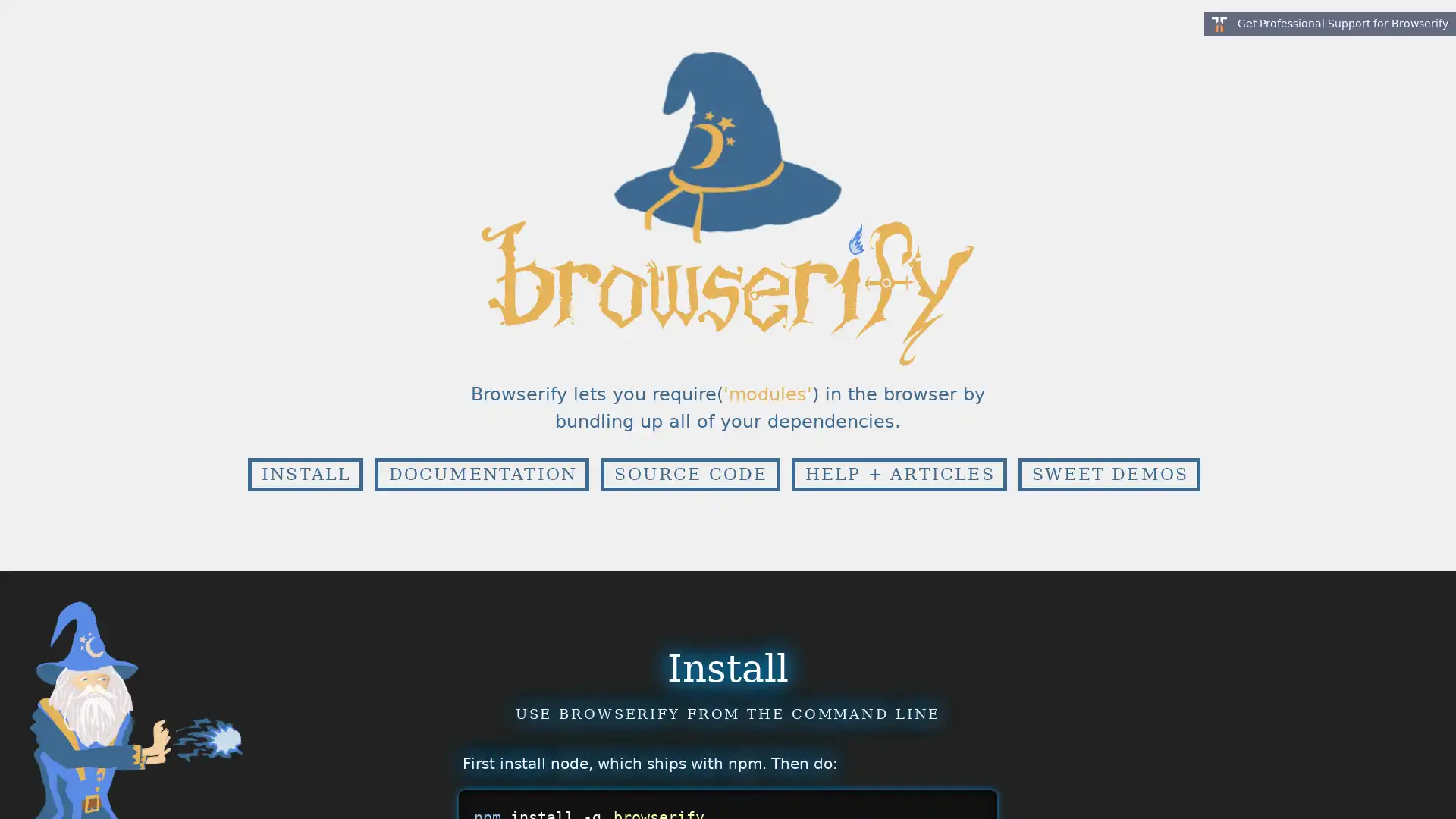 The height and width of the screenshot is (819, 1456). Describe the element at coordinates (481, 473) in the screenshot. I see `DOCUMENTATION` at that location.